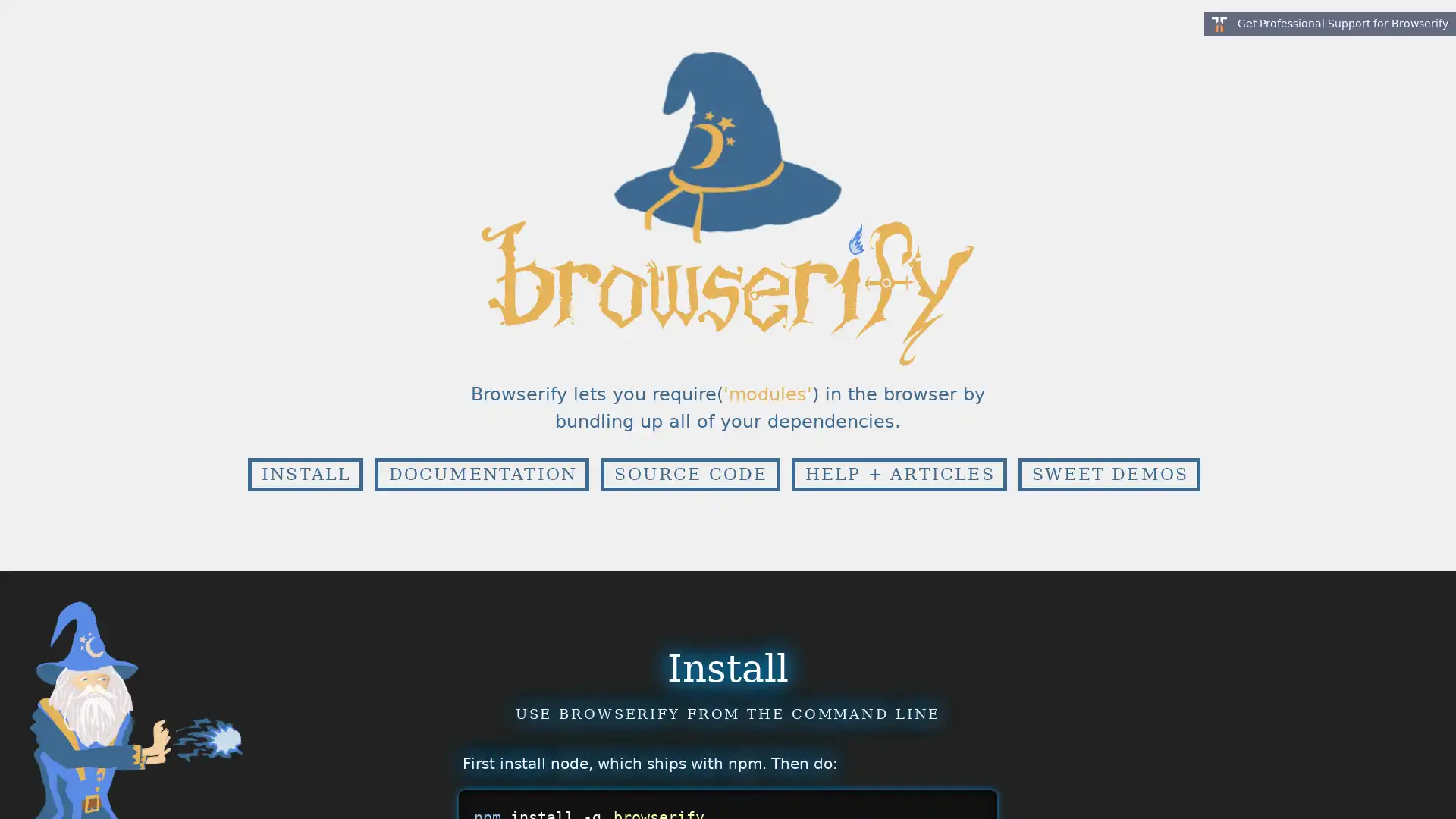 The height and width of the screenshot is (819, 1456). Describe the element at coordinates (481, 473) in the screenshot. I see `DOCUMENTATION` at that location.